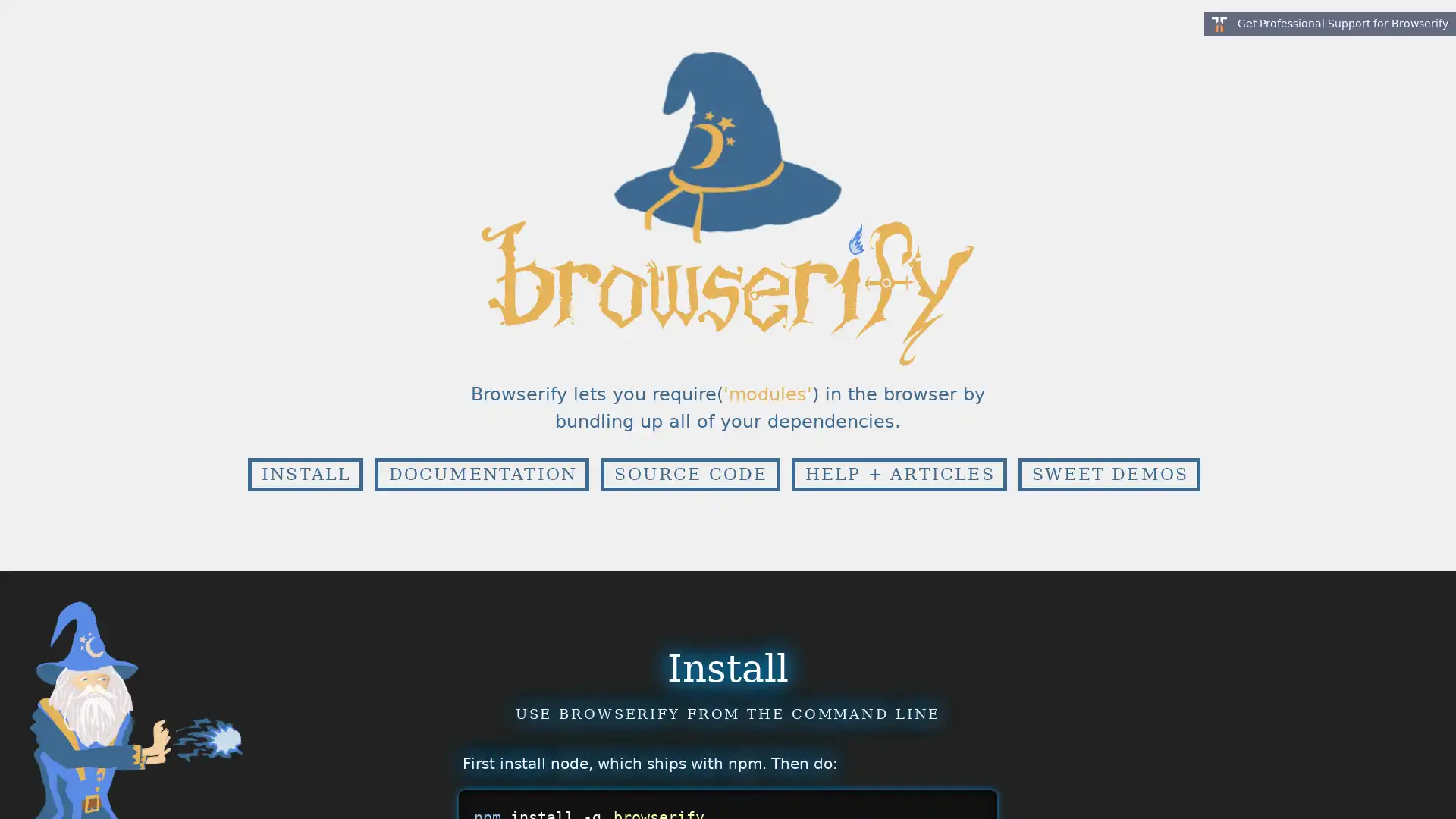 The height and width of the screenshot is (819, 1456). Describe the element at coordinates (481, 473) in the screenshot. I see `DOCUMENTATION` at that location.